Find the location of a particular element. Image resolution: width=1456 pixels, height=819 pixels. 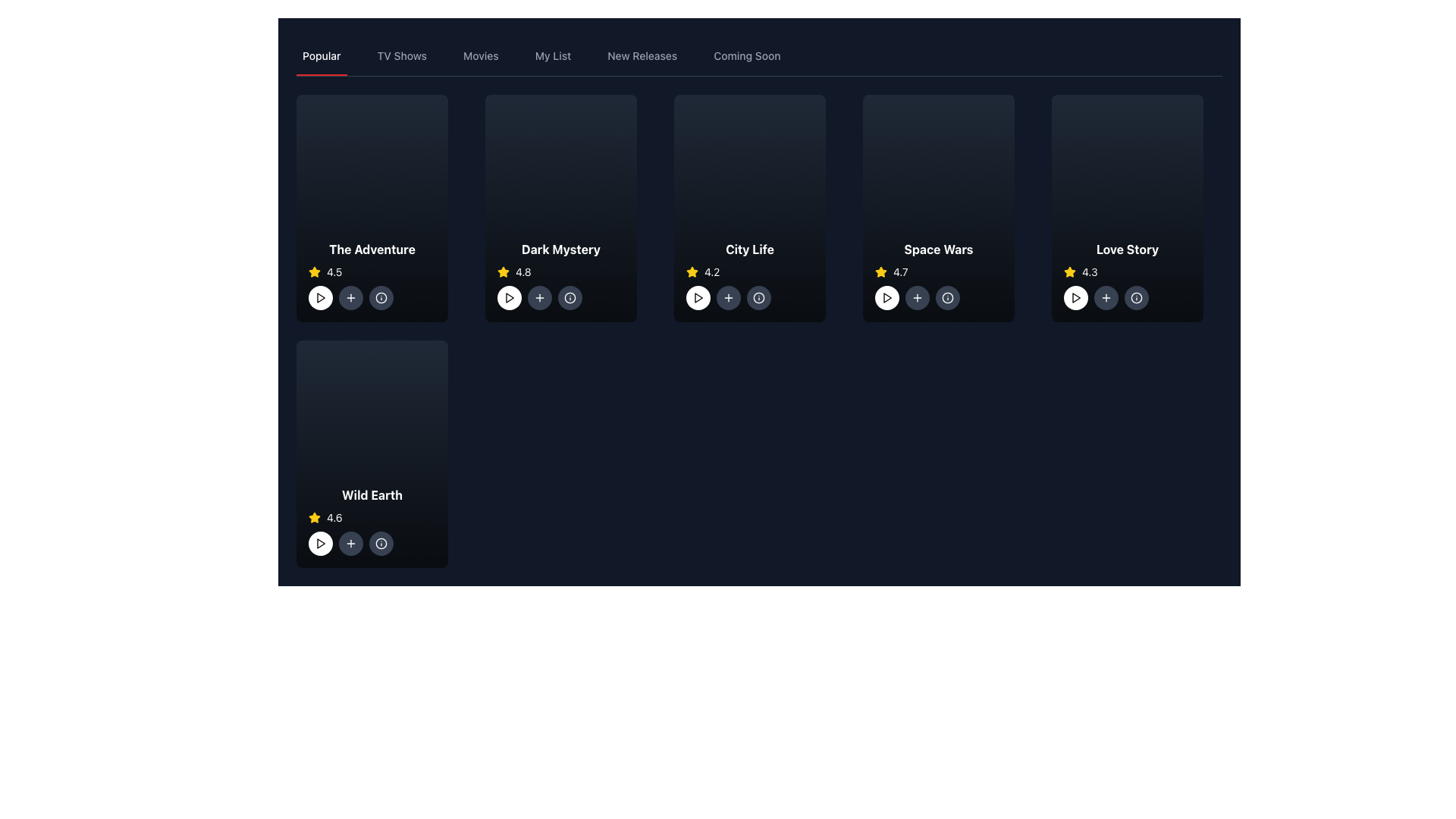

the white circular button with a triangle play icon located under the title 'The Adventure', which is styled with a small black border and positioned against a darker background is located at coordinates (319, 298).